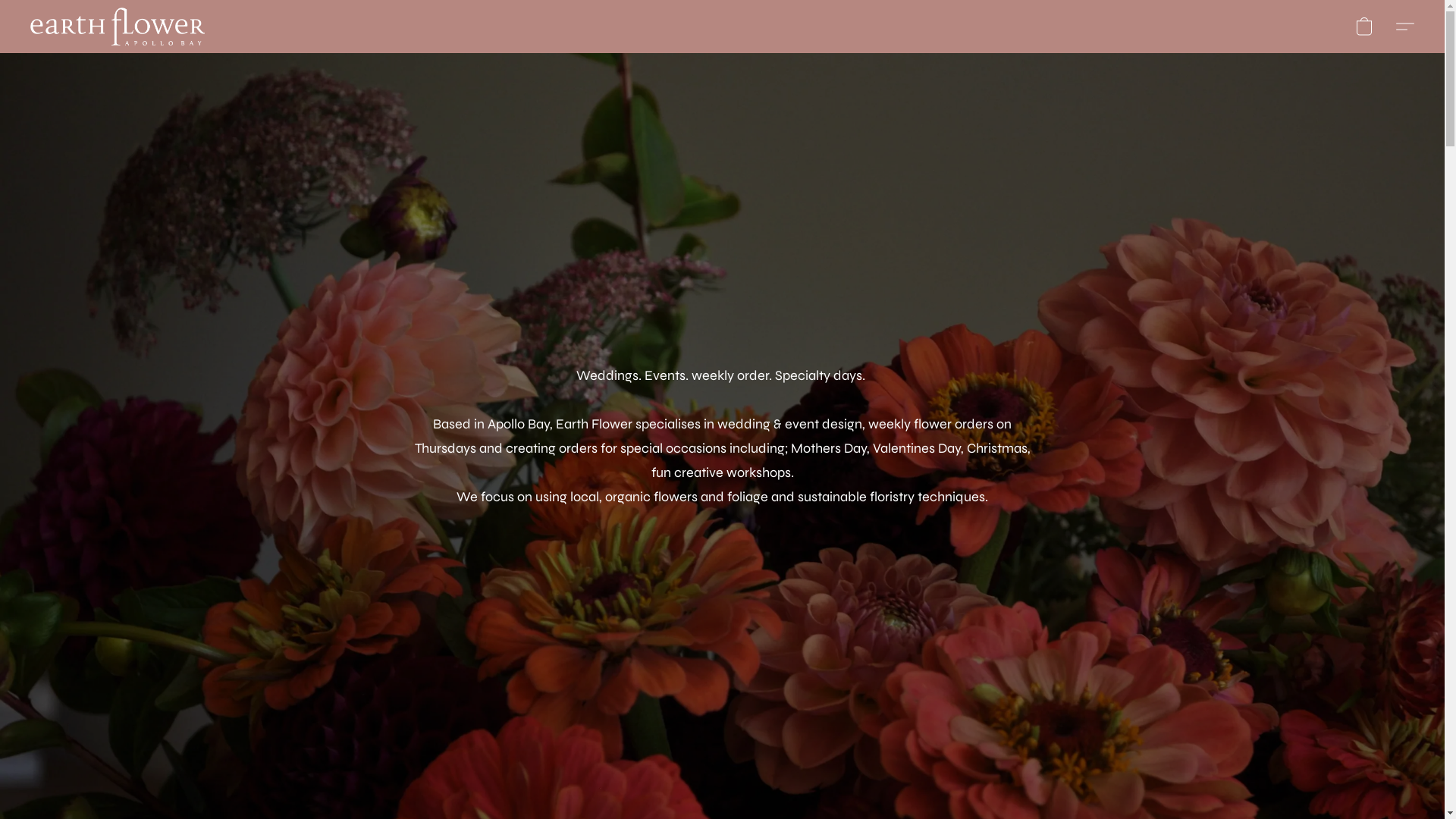 This screenshot has width=1456, height=819. I want to click on 'Go to your shopping cart', so click(1364, 26).